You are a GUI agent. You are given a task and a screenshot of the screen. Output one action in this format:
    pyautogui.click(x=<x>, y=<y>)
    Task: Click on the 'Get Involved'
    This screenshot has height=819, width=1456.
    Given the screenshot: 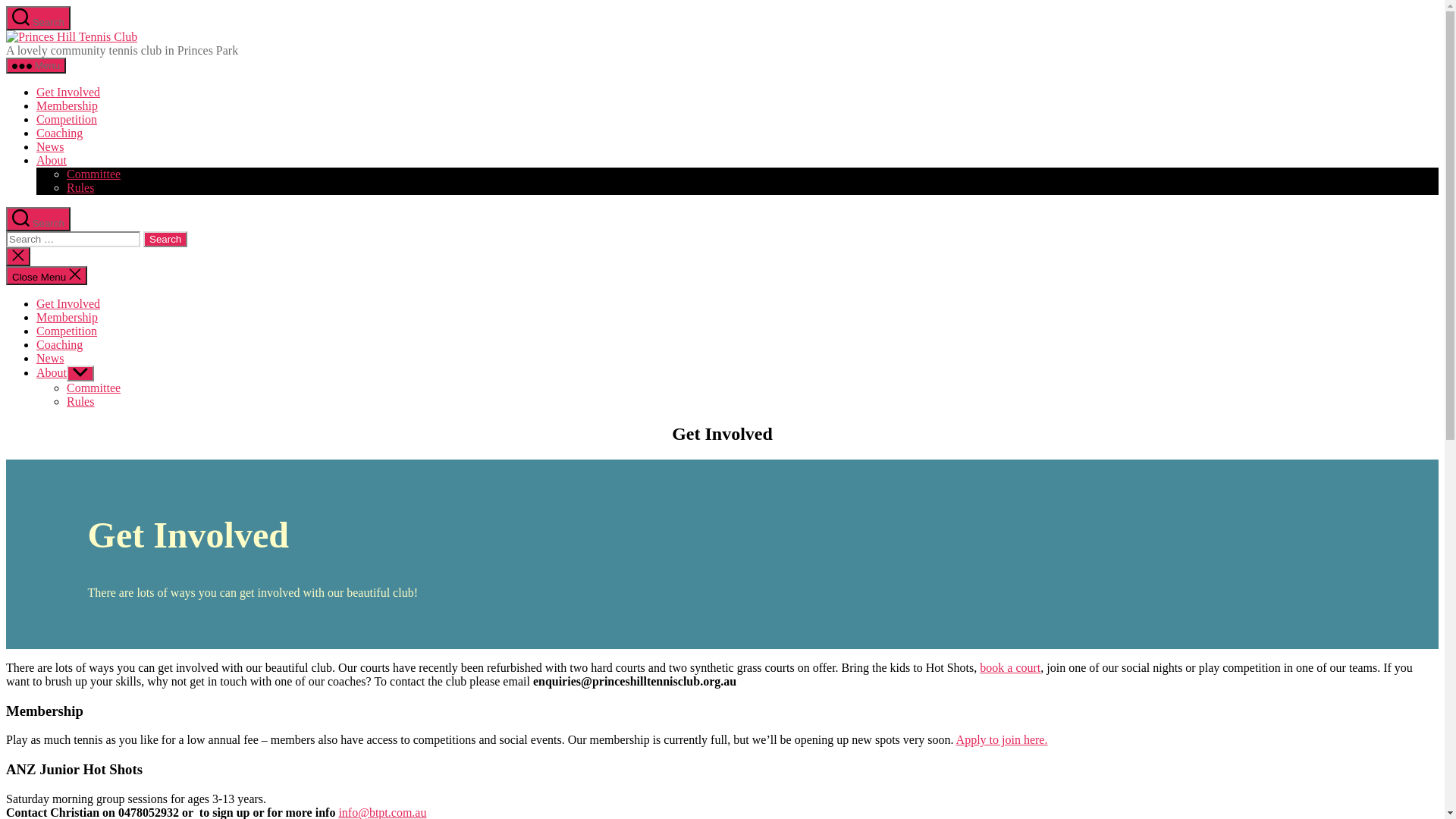 What is the action you would take?
    pyautogui.click(x=67, y=303)
    